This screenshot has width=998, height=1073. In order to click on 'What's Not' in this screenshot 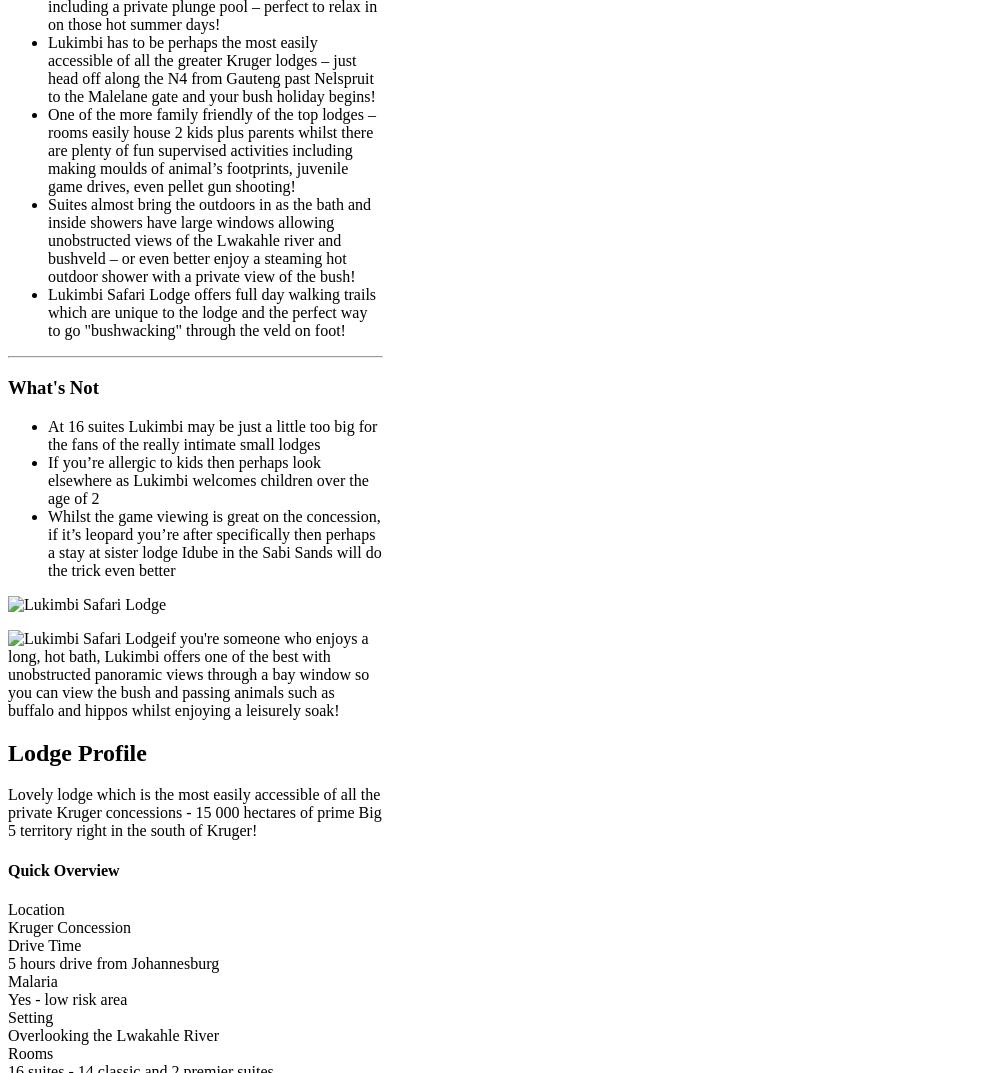, I will do `click(7, 385)`.